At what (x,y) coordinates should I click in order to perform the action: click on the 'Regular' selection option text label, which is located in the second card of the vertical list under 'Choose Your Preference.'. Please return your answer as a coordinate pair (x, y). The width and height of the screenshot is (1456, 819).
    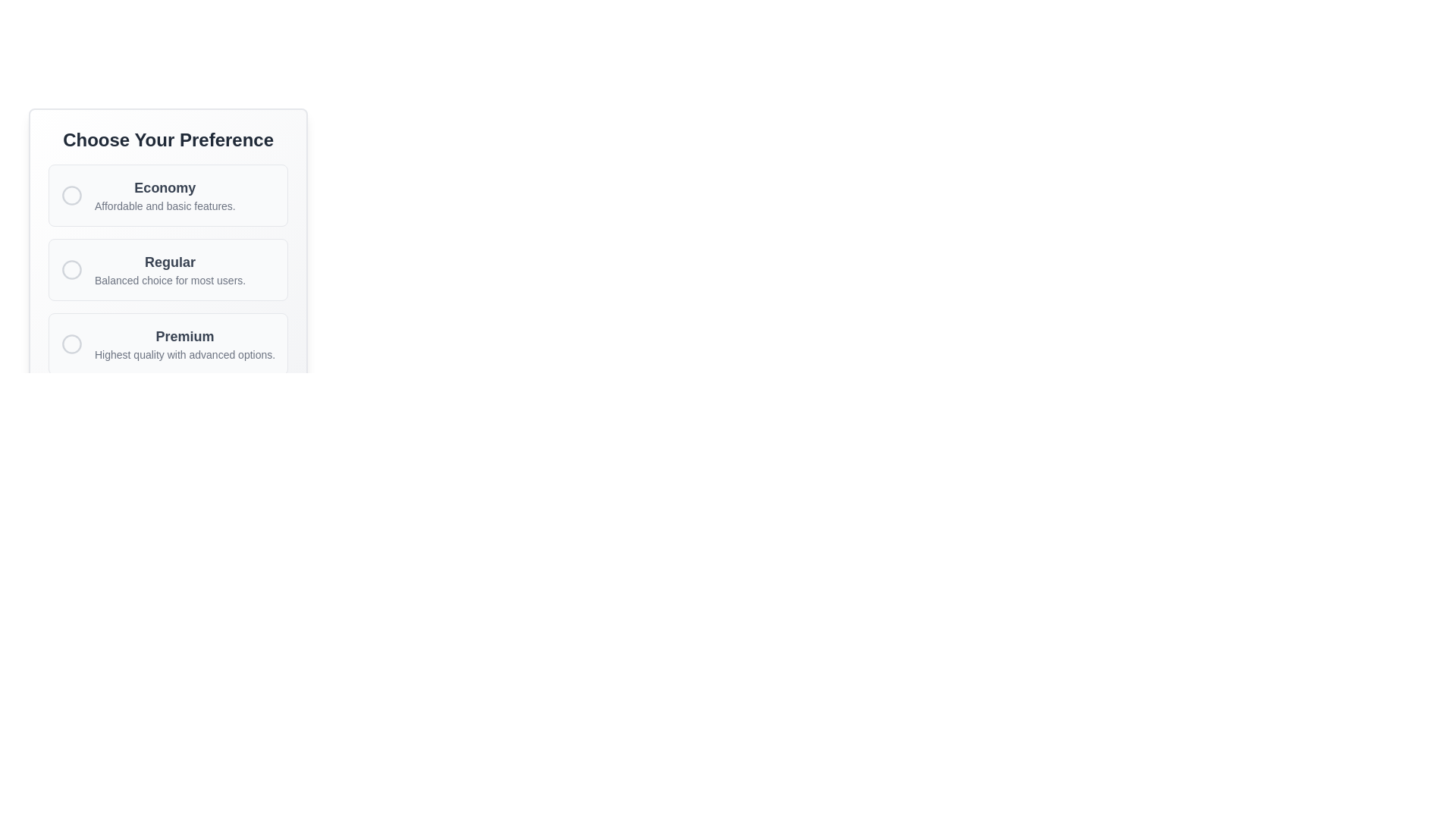
    Looking at the image, I should click on (170, 262).